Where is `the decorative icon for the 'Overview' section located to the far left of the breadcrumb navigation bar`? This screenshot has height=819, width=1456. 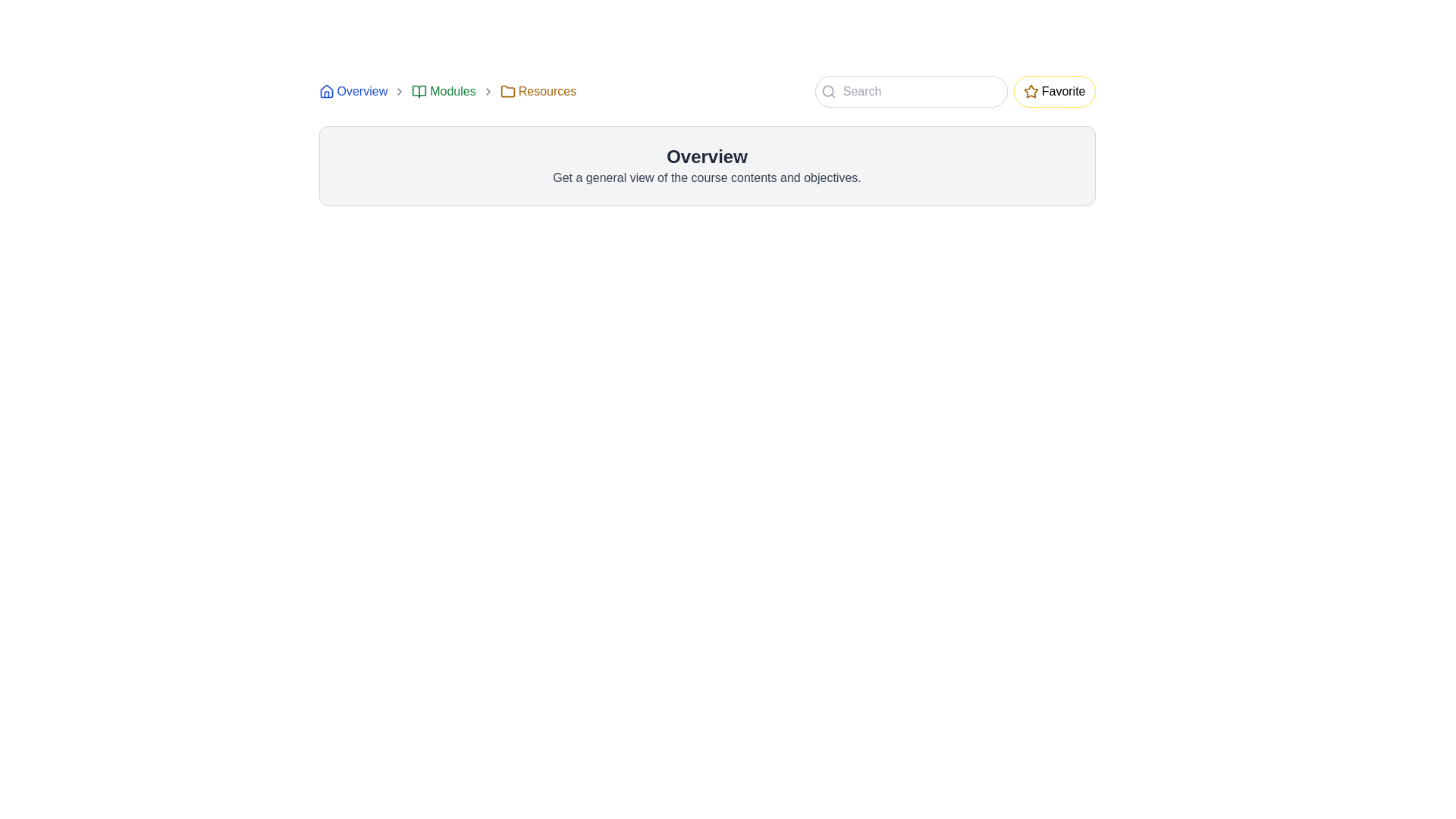 the decorative icon for the 'Overview' section located to the far left of the breadcrumb navigation bar is located at coordinates (325, 91).